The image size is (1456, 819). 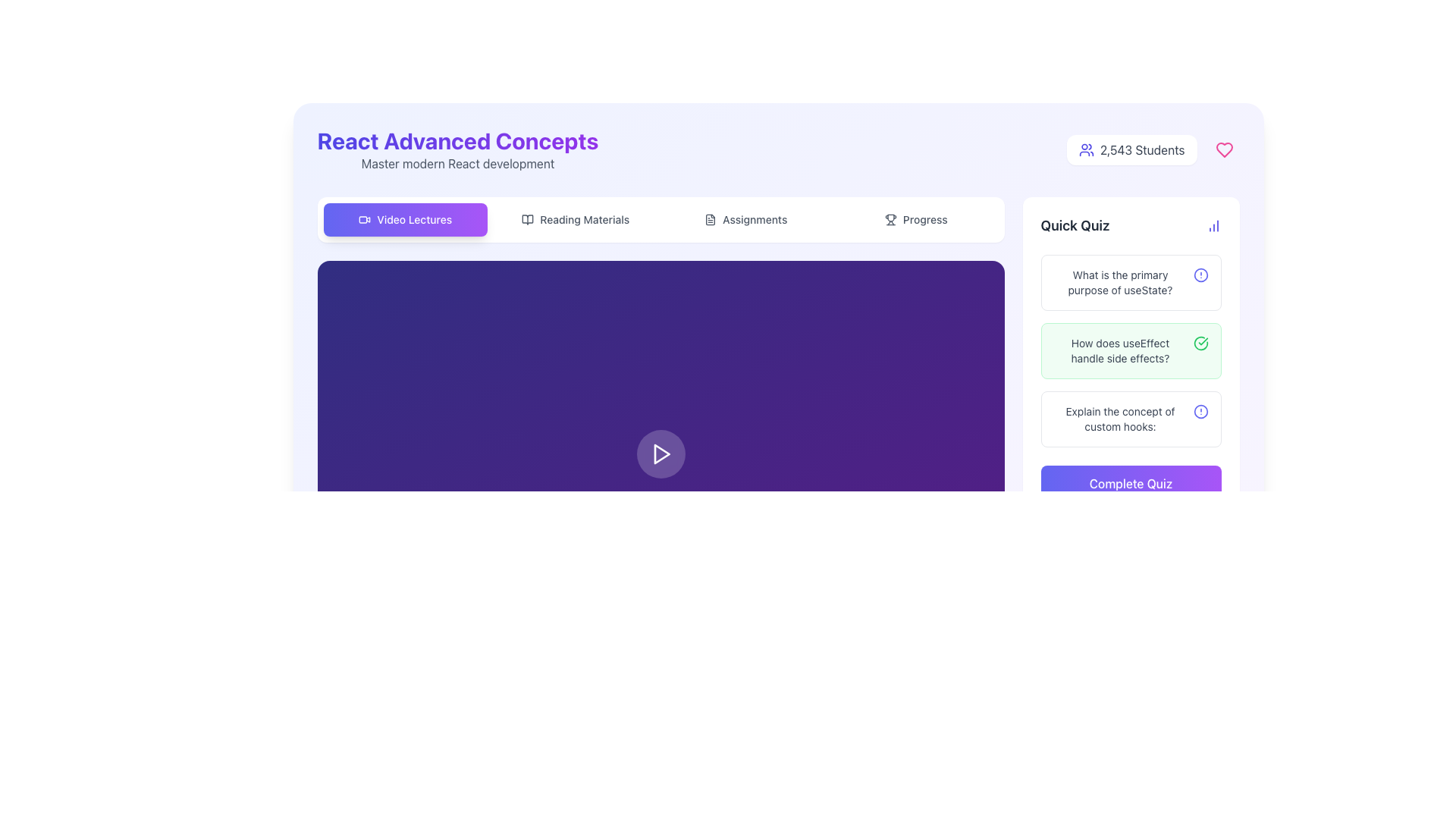 I want to click on the interactive card labeled 'Explain the concept of custom hooks:' in the 'Quick Quiz' section, so click(x=1131, y=419).